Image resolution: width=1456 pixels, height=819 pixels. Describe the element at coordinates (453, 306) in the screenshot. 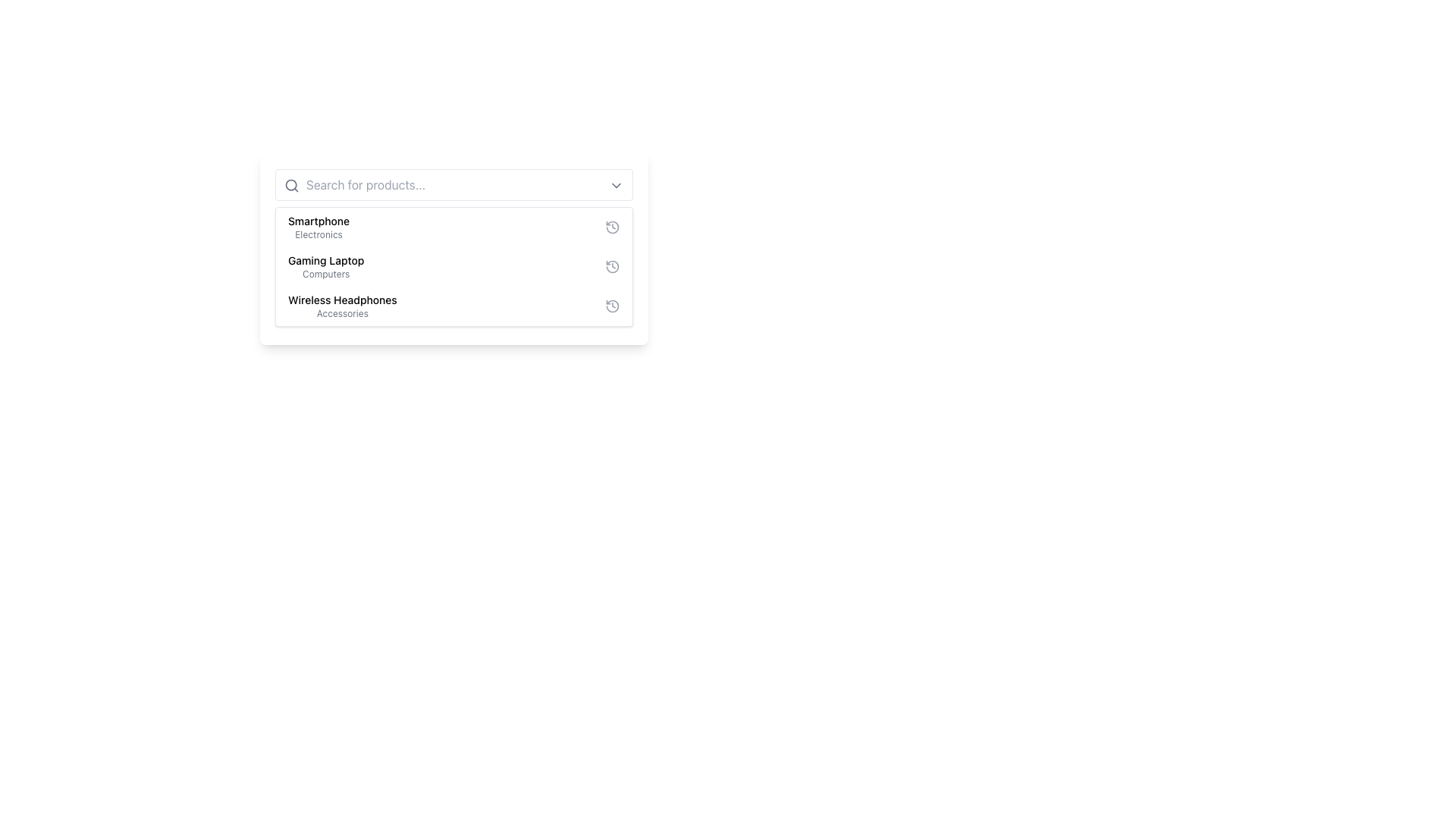

I see `the selectable list item for 'Wireless Headphones' in the dropdown menu, which is the third entry in the list` at that location.